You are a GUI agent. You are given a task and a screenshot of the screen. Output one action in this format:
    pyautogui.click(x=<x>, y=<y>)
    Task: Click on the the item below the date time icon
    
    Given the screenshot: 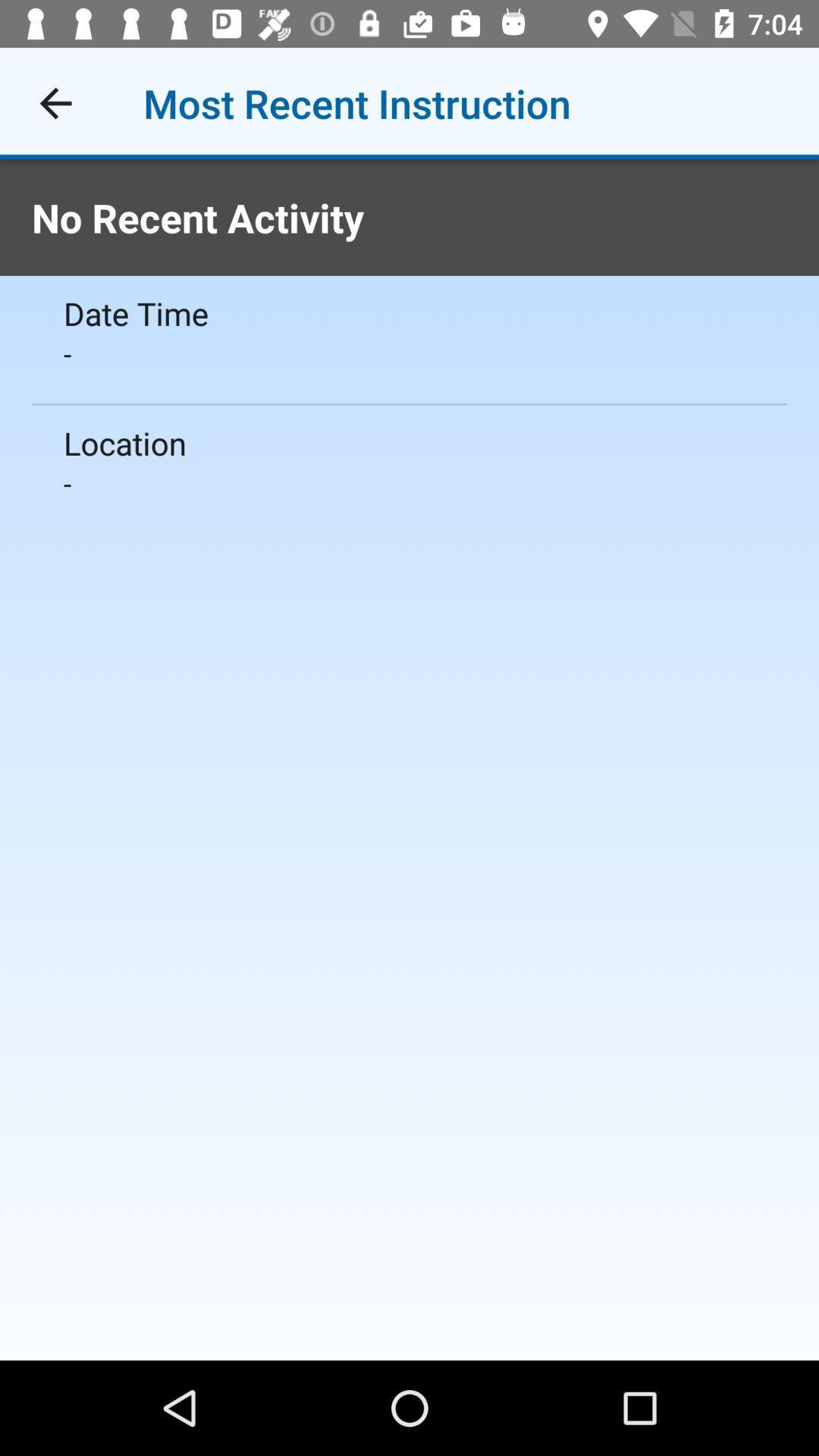 What is the action you would take?
    pyautogui.click(x=409, y=353)
    